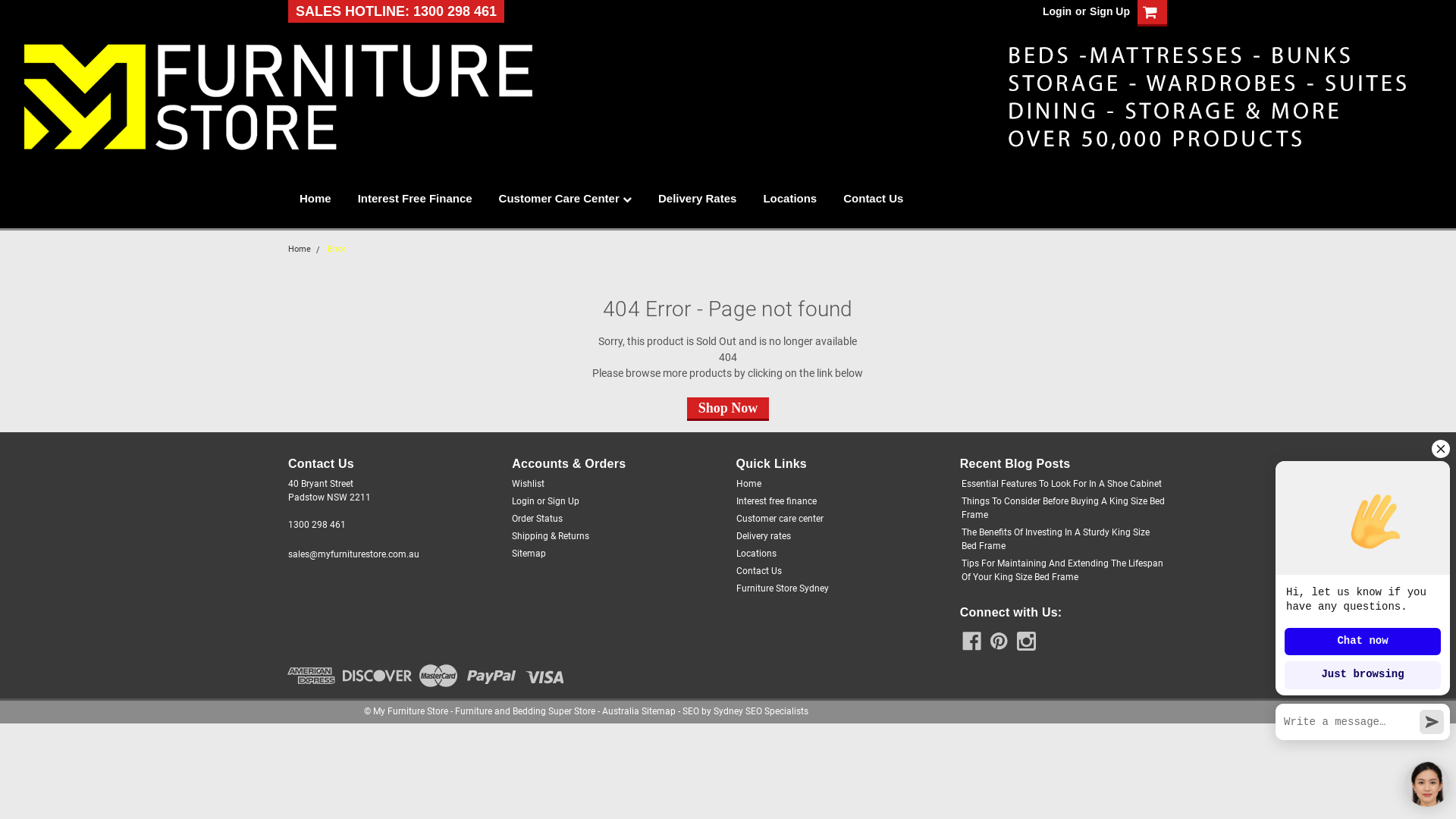 This screenshot has width=1456, height=819. I want to click on 'Customer Care Center', so click(578, 198).